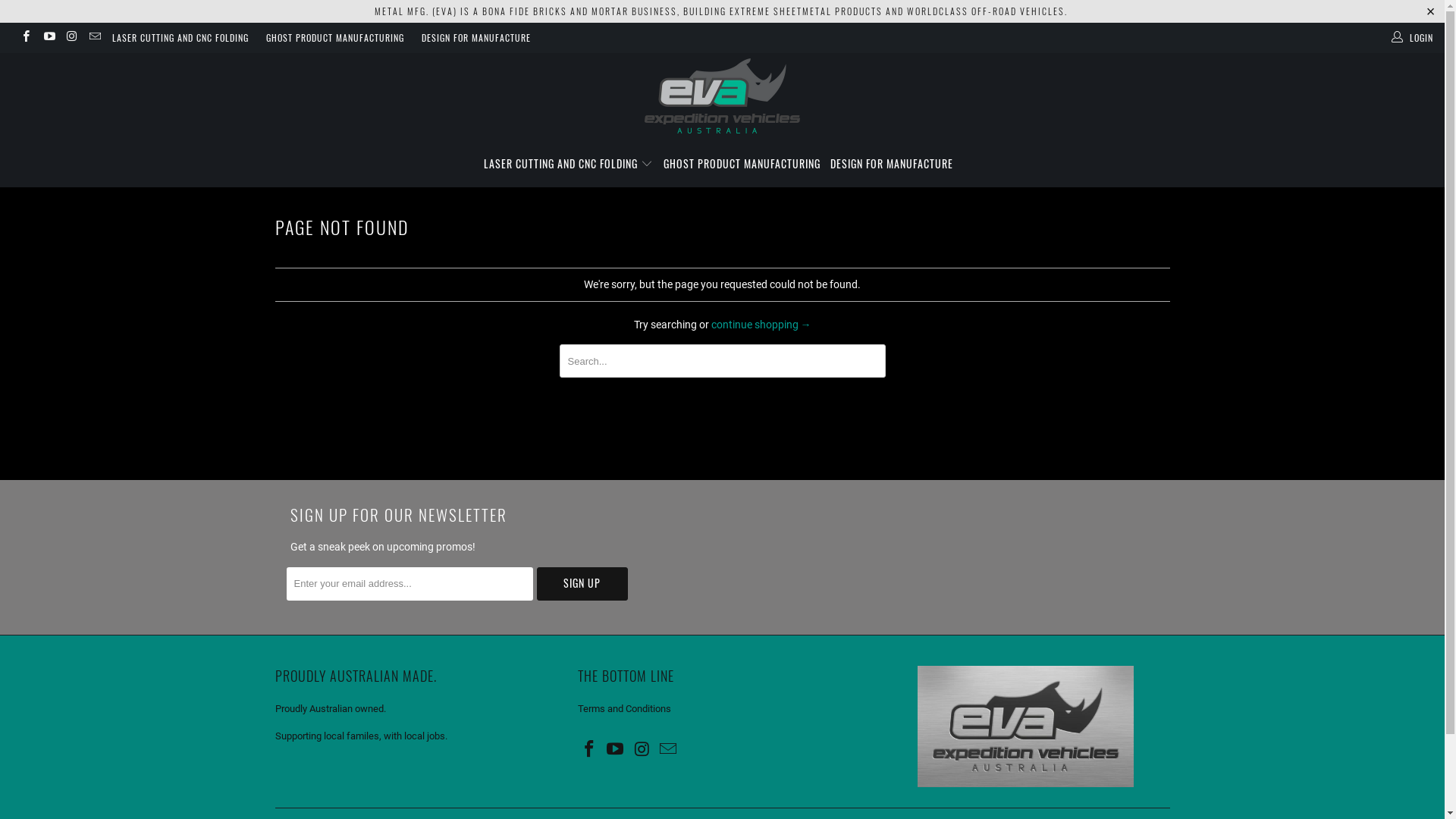 The image size is (1456, 819). Describe the element at coordinates (1412, 37) in the screenshot. I see `'LOGIN'` at that location.